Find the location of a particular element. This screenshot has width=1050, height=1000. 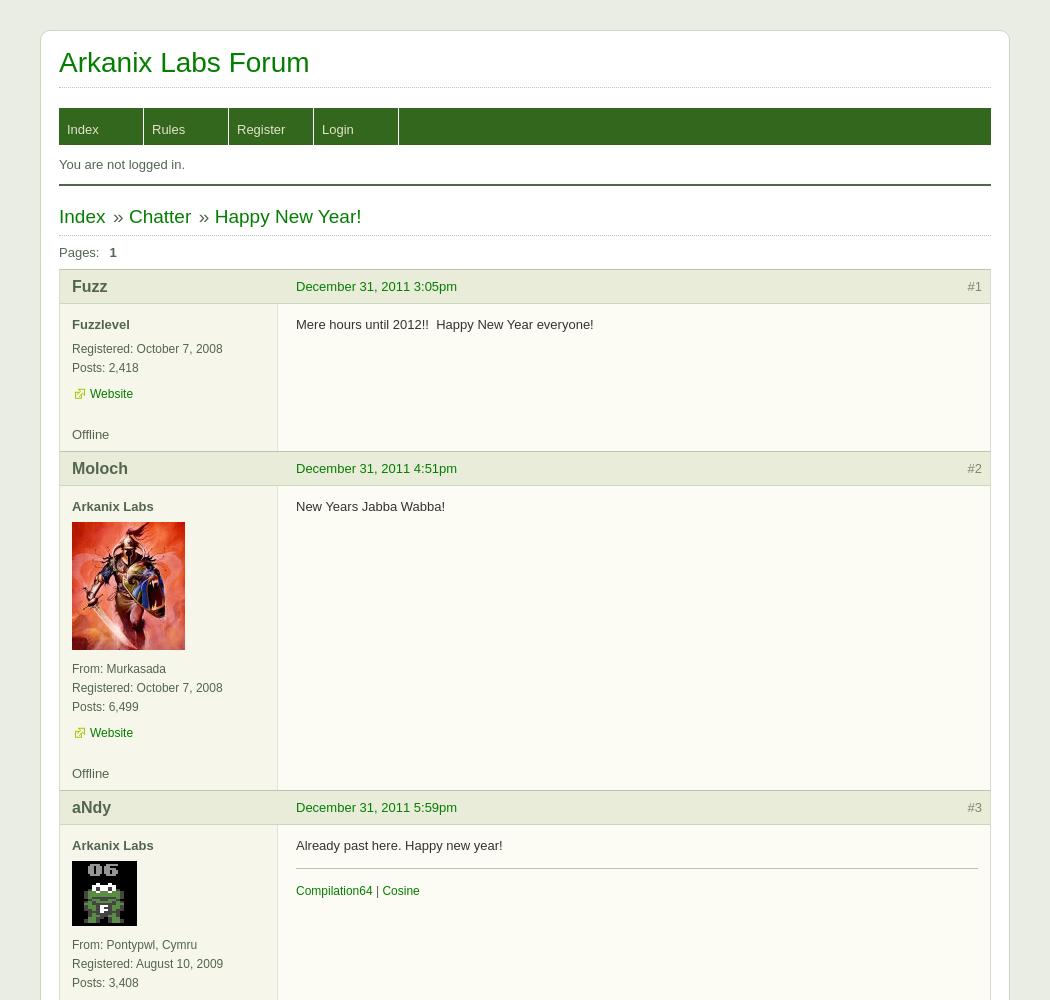

'1' is located at coordinates (112, 252).